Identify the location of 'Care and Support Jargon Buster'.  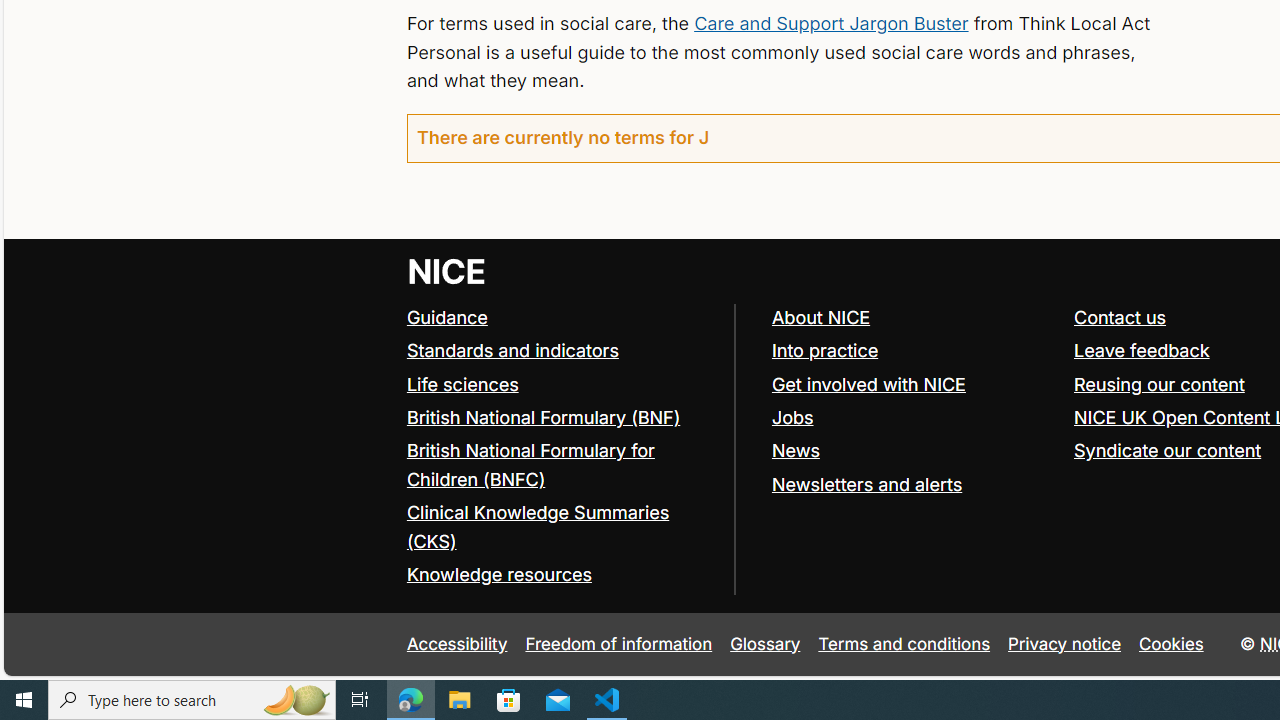
(831, 23).